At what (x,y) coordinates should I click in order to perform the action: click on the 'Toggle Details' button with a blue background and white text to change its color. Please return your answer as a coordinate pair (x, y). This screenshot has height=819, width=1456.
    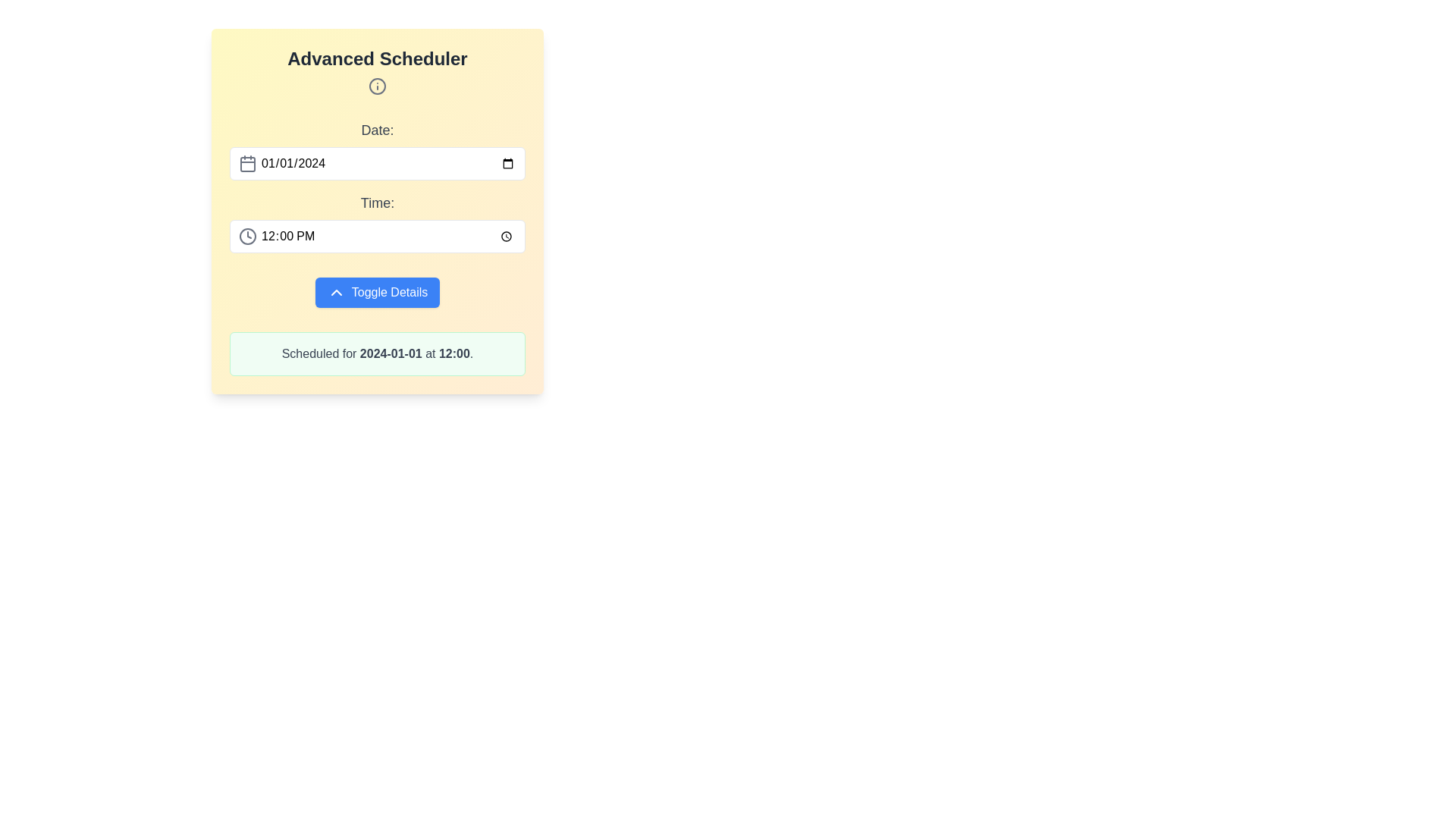
    Looking at the image, I should click on (378, 292).